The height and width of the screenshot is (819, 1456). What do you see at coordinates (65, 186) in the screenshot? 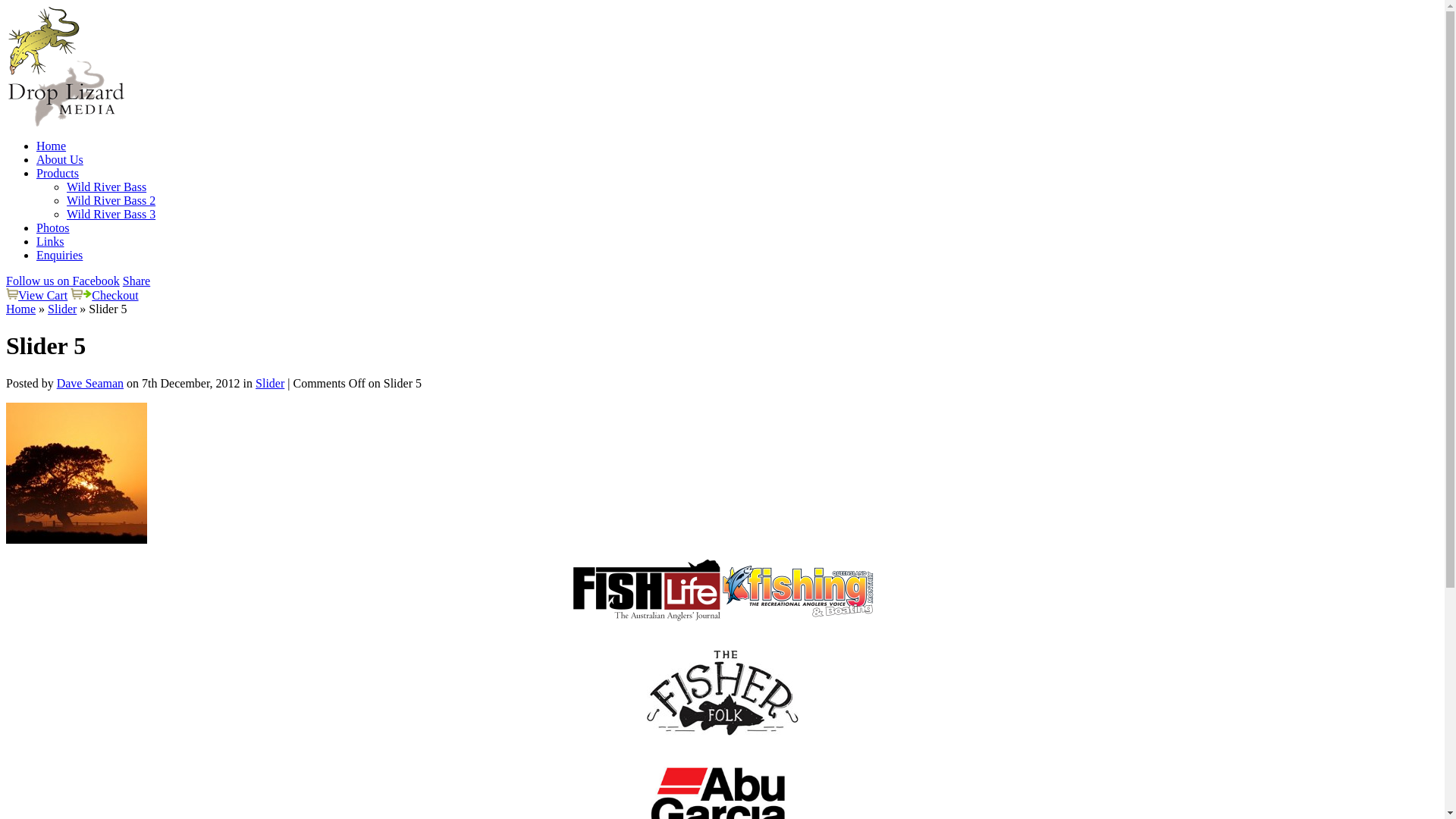
I see `'Wild River Bass'` at bounding box center [65, 186].